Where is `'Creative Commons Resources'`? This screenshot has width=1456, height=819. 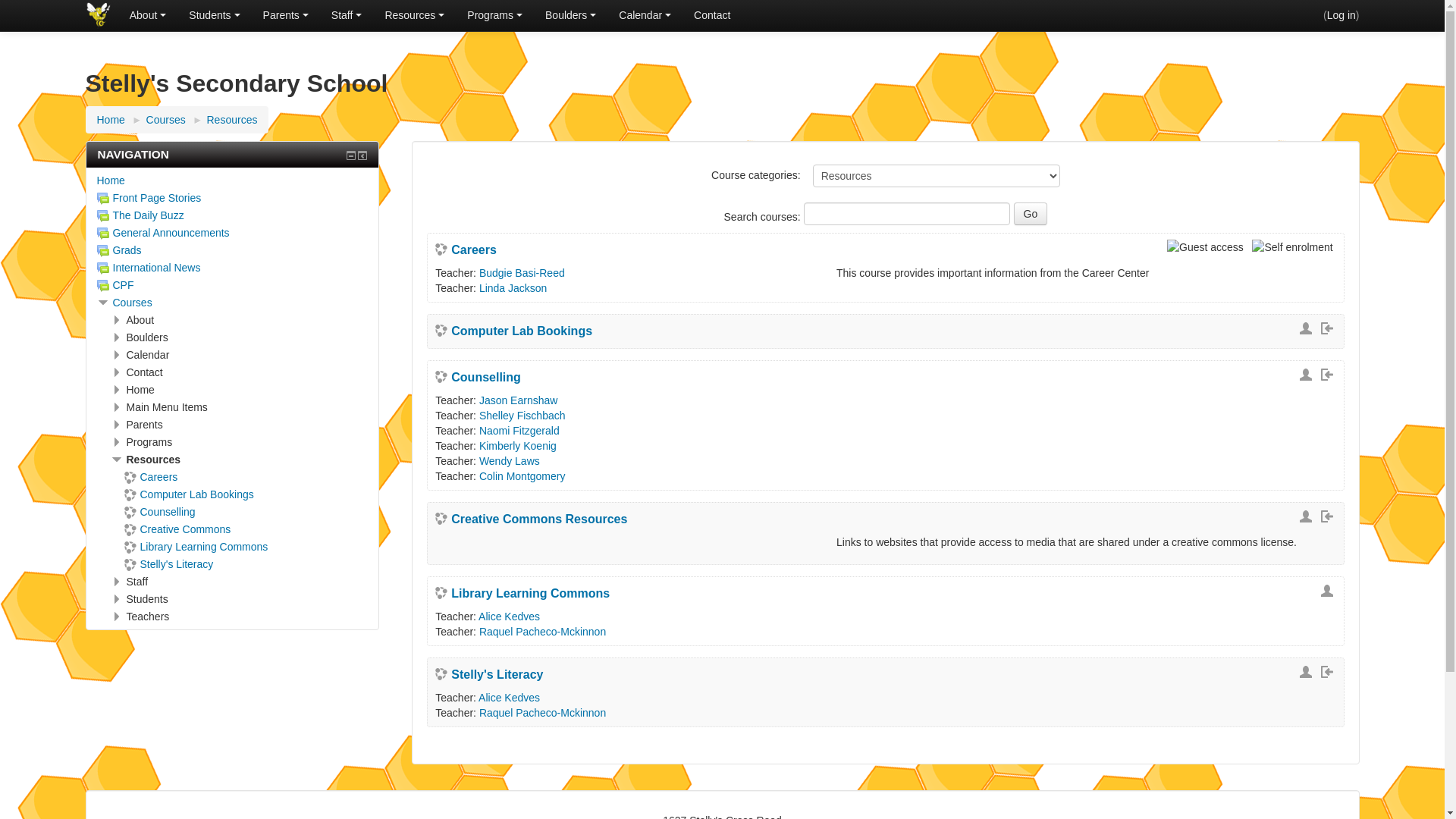 'Creative Commons Resources' is located at coordinates (531, 519).